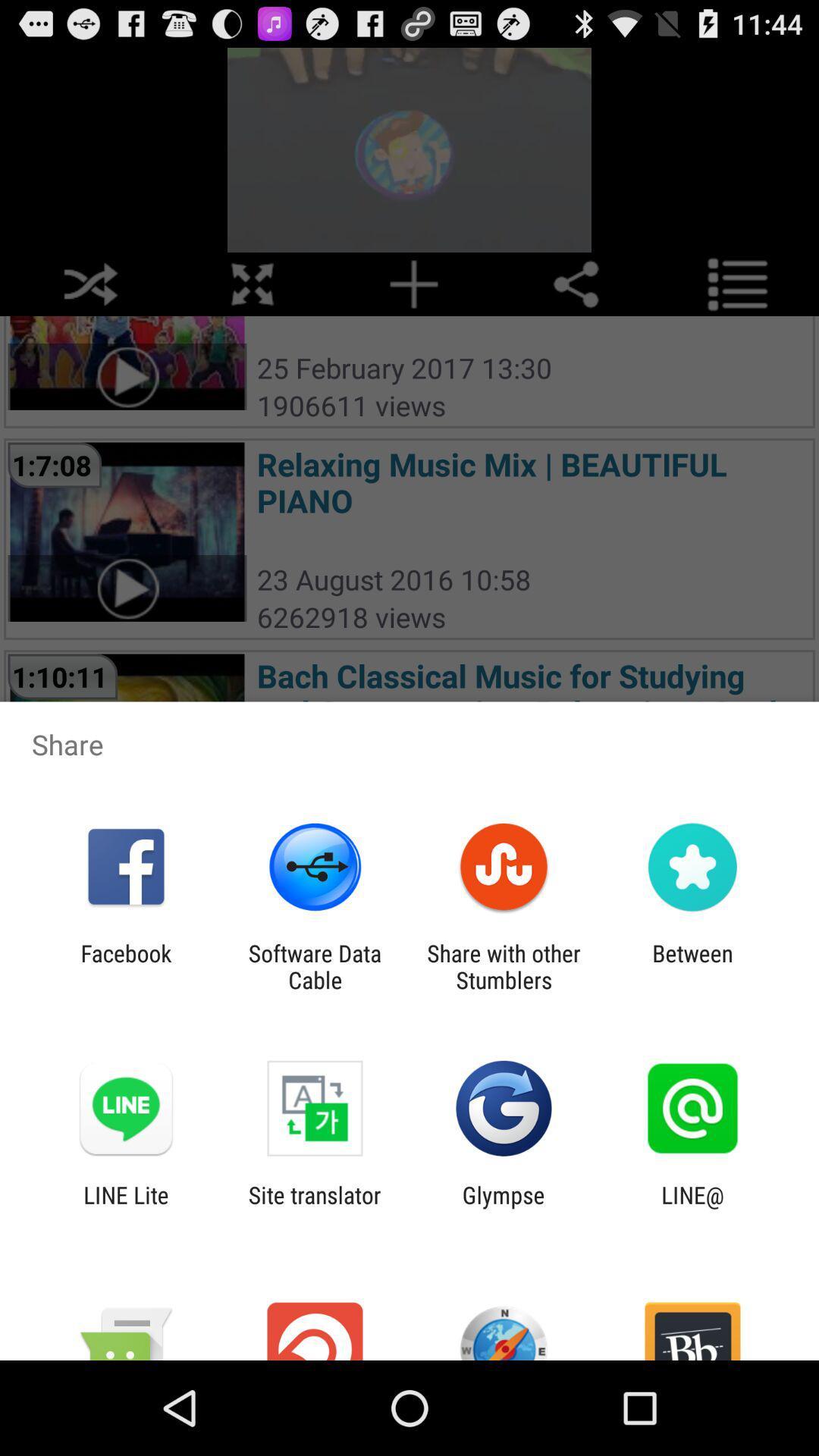 The height and width of the screenshot is (1456, 819). Describe the element at coordinates (314, 966) in the screenshot. I see `the icon next to the facebook` at that location.